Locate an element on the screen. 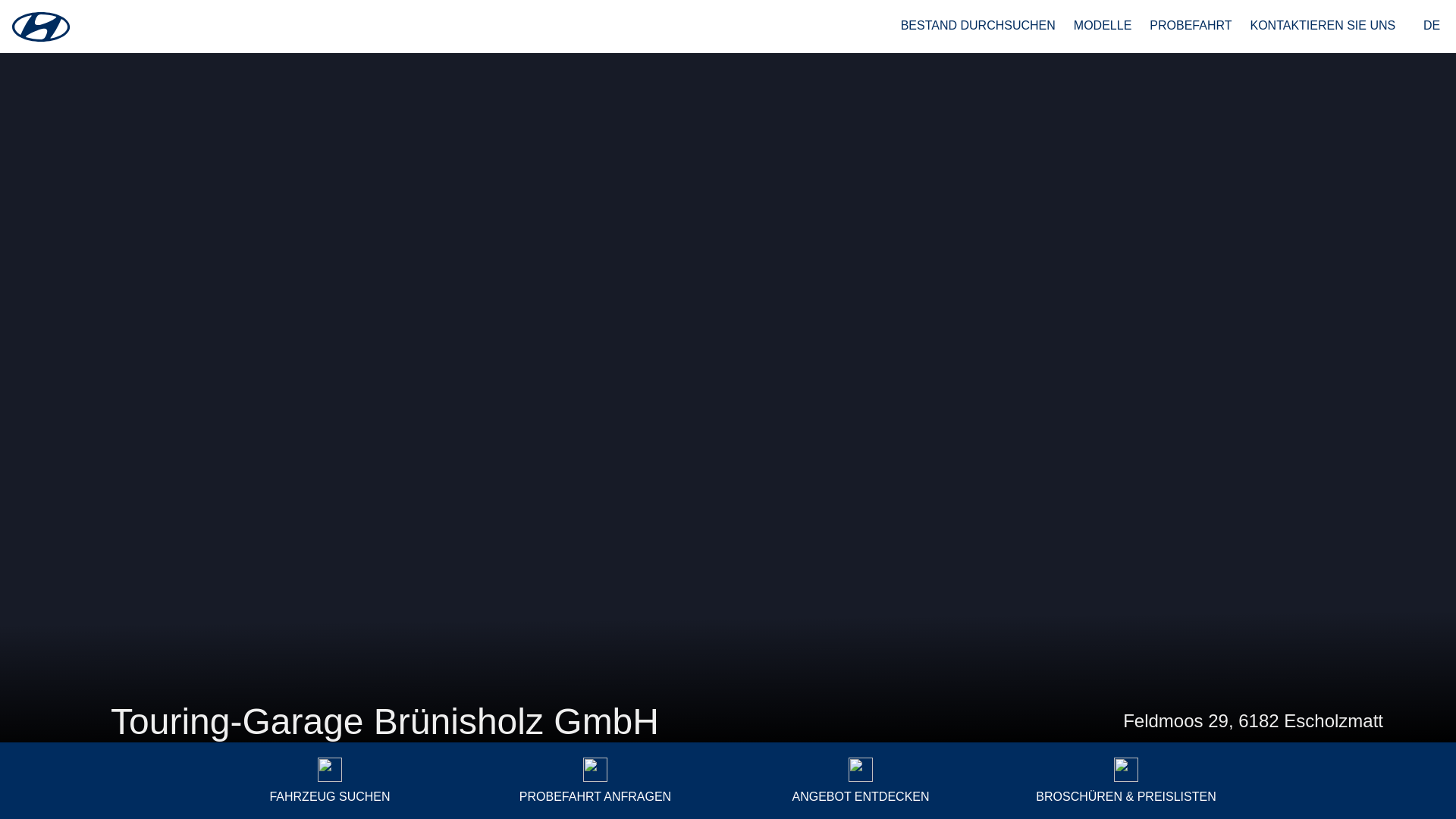 The image size is (1456, 819). 'PROBEFAHRT ANFRAGEN' is located at coordinates (595, 780).